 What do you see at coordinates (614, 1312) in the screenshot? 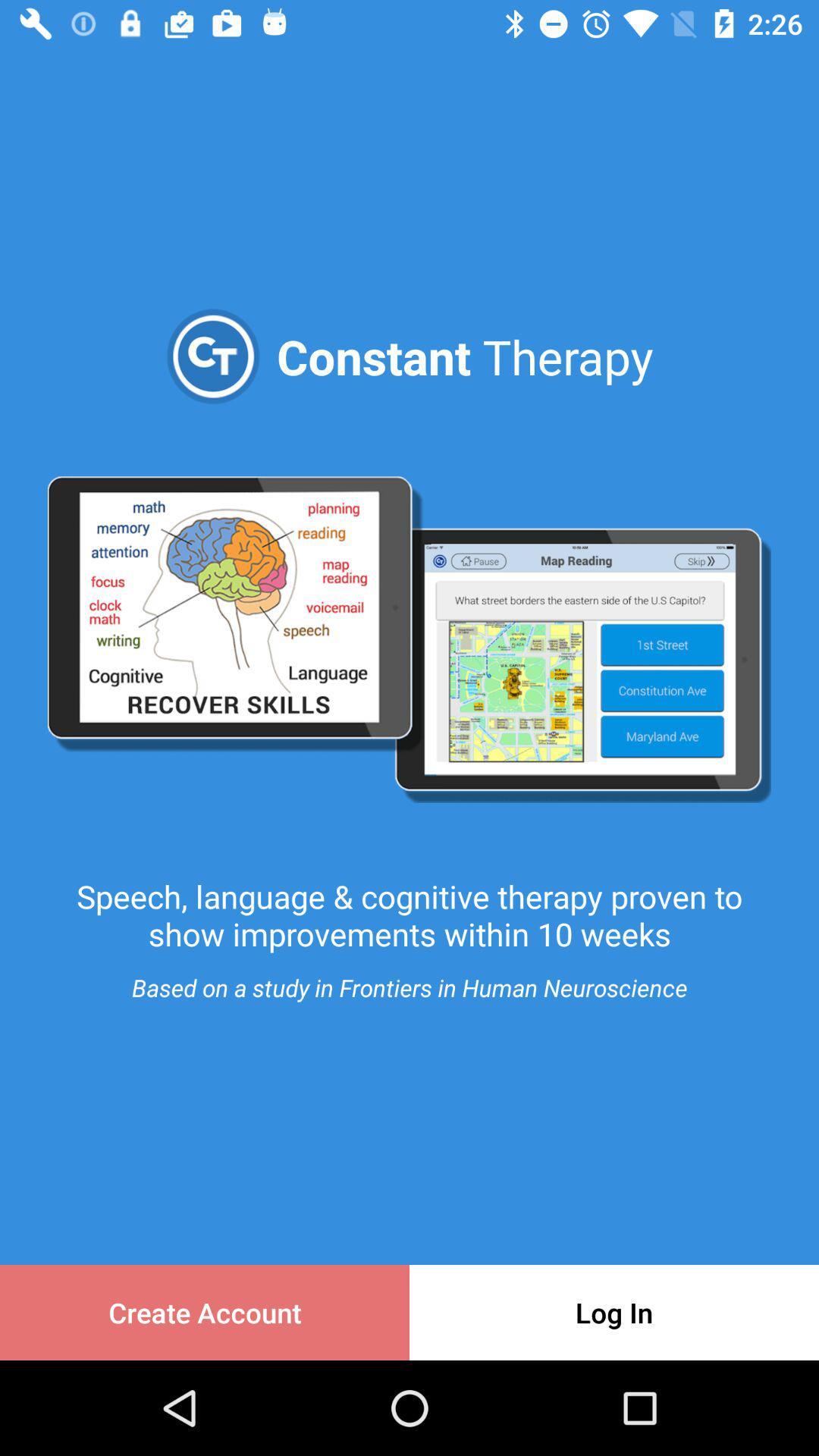
I see `icon below based on a icon` at bounding box center [614, 1312].